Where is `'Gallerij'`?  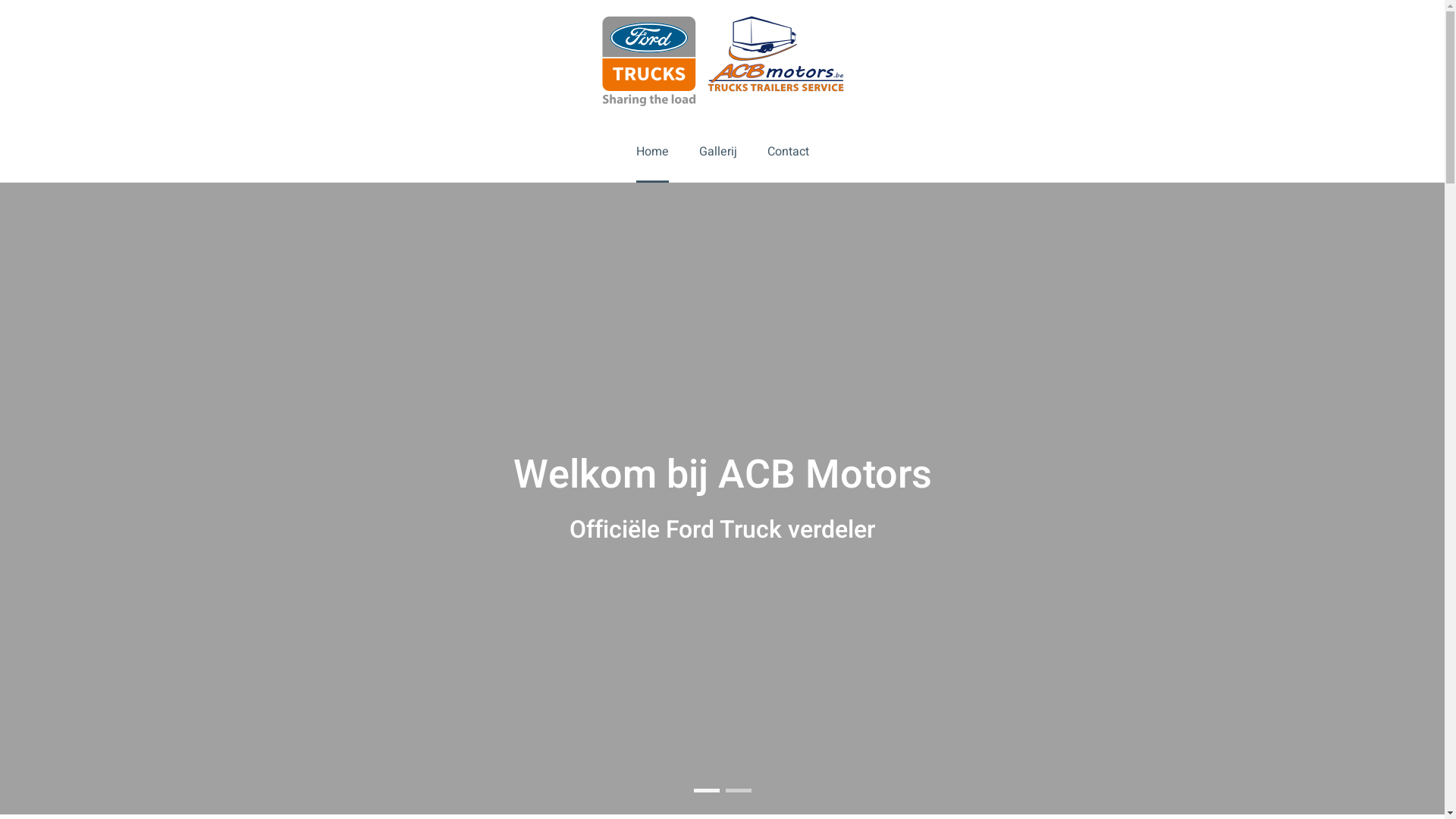
'Gallerij' is located at coordinates (717, 152).